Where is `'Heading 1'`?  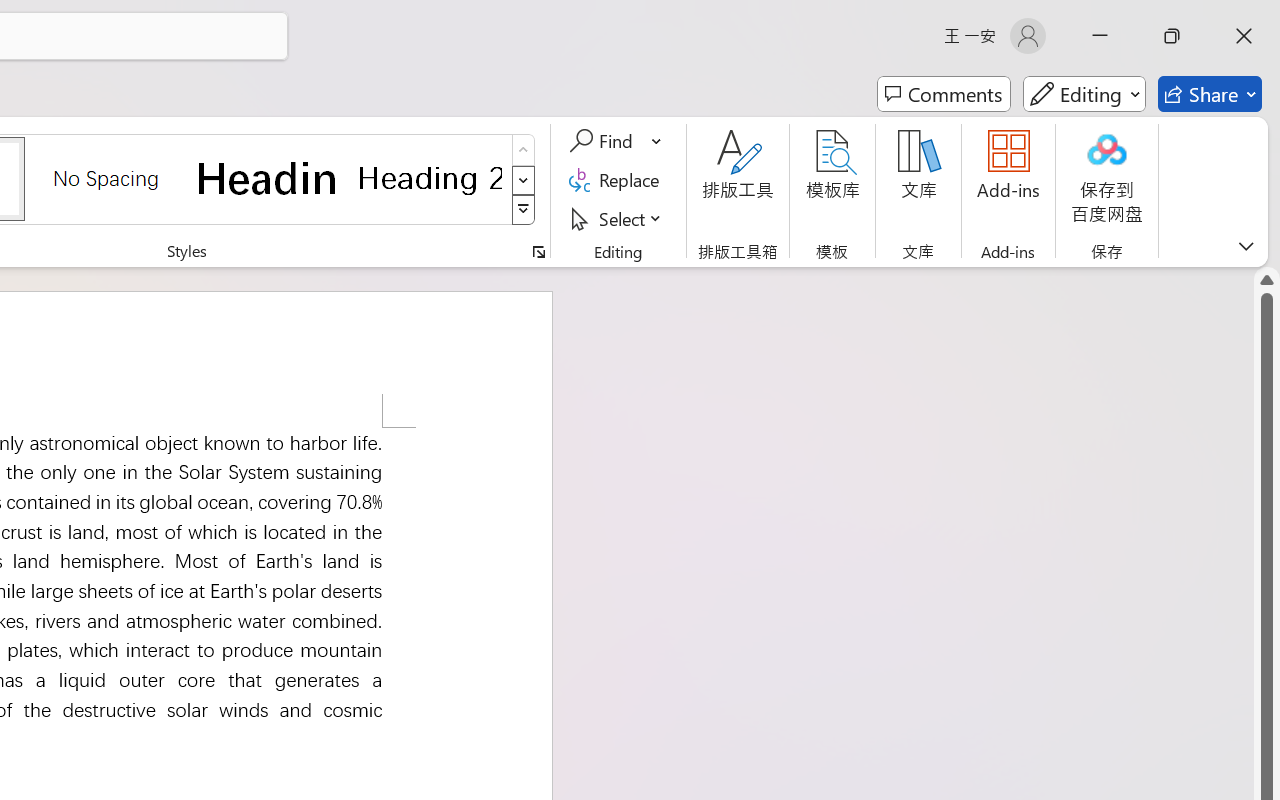
'Heading 1' is located at coordinates (267, 177).